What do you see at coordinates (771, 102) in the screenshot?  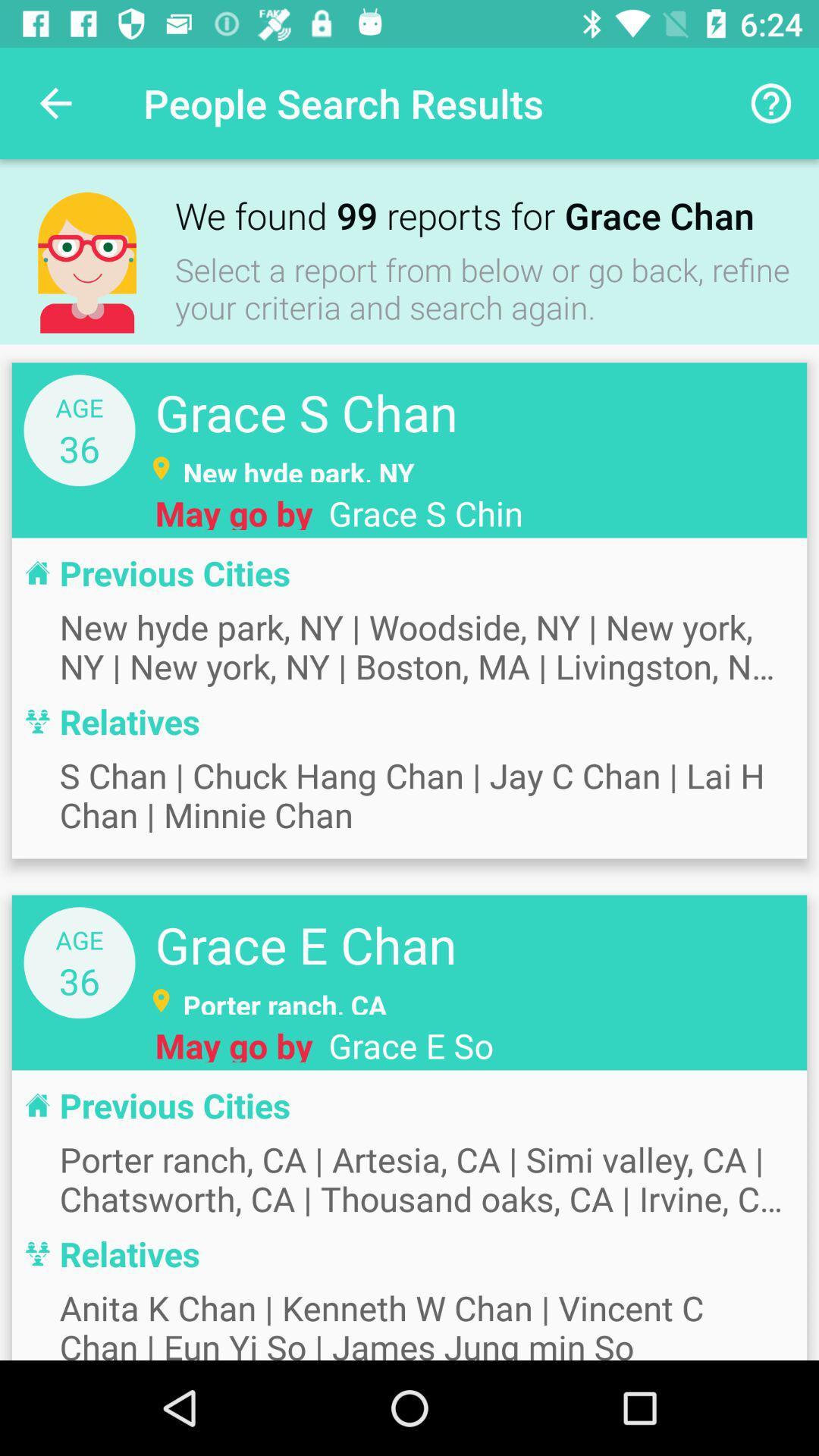 I see `the icon above we found 99 item` at bounding box center [771, 102].